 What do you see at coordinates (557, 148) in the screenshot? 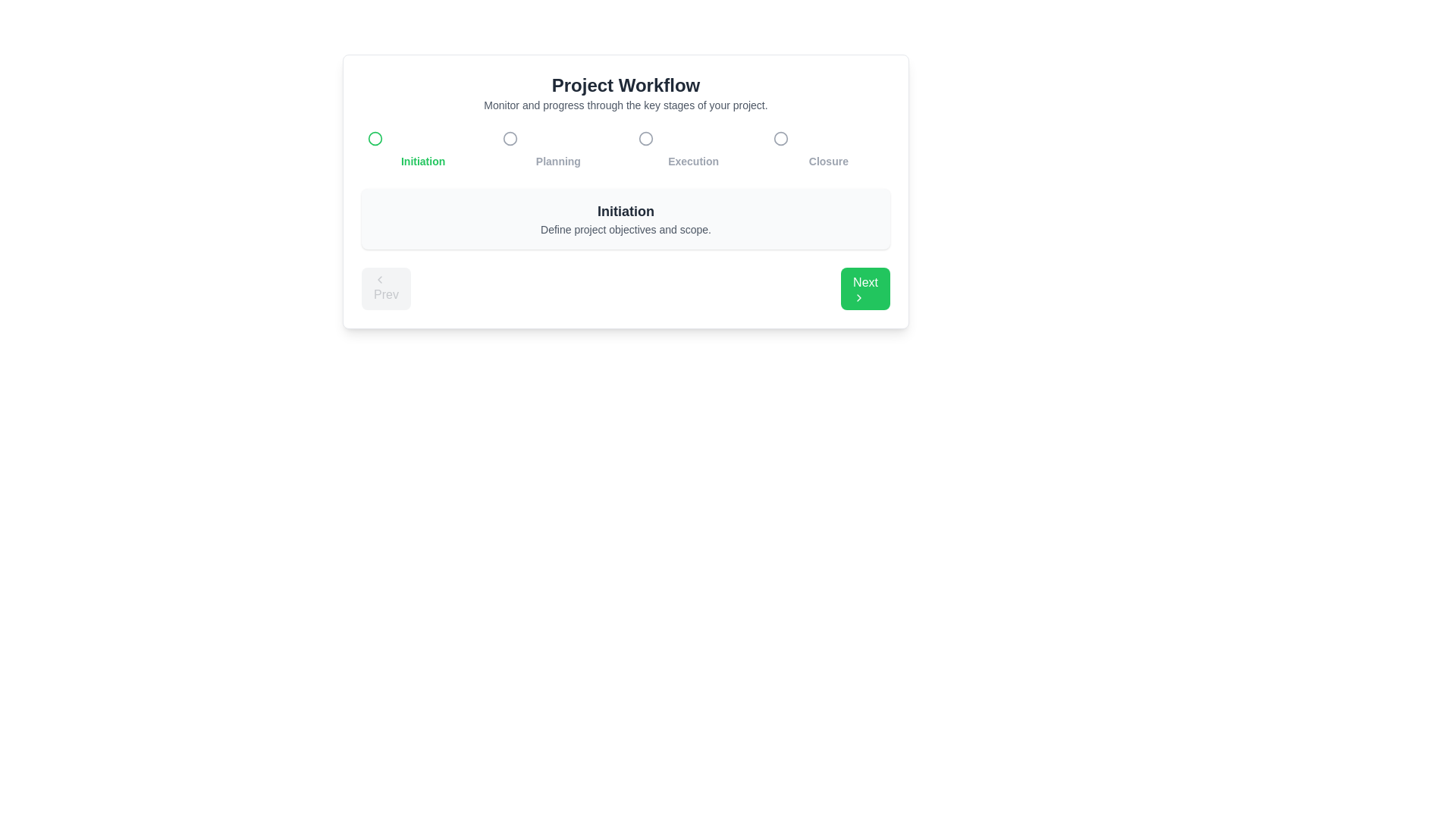
I see `the milestone titled Planning by clicking on its title` at bounding box center [557, 148].